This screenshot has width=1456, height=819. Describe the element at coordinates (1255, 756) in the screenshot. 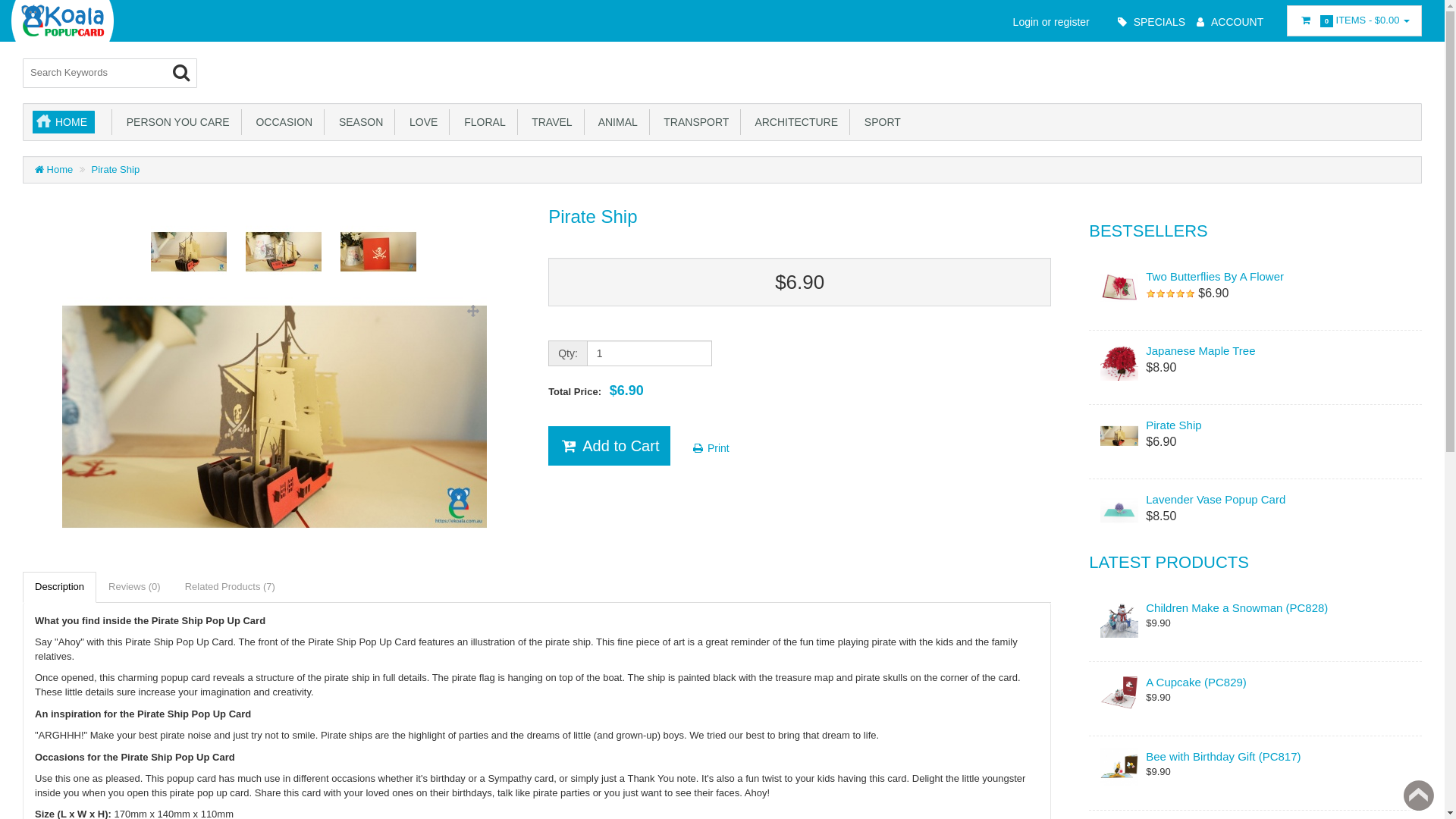

I see `'Bee with Birthday Gift (PC817)'` at that location.